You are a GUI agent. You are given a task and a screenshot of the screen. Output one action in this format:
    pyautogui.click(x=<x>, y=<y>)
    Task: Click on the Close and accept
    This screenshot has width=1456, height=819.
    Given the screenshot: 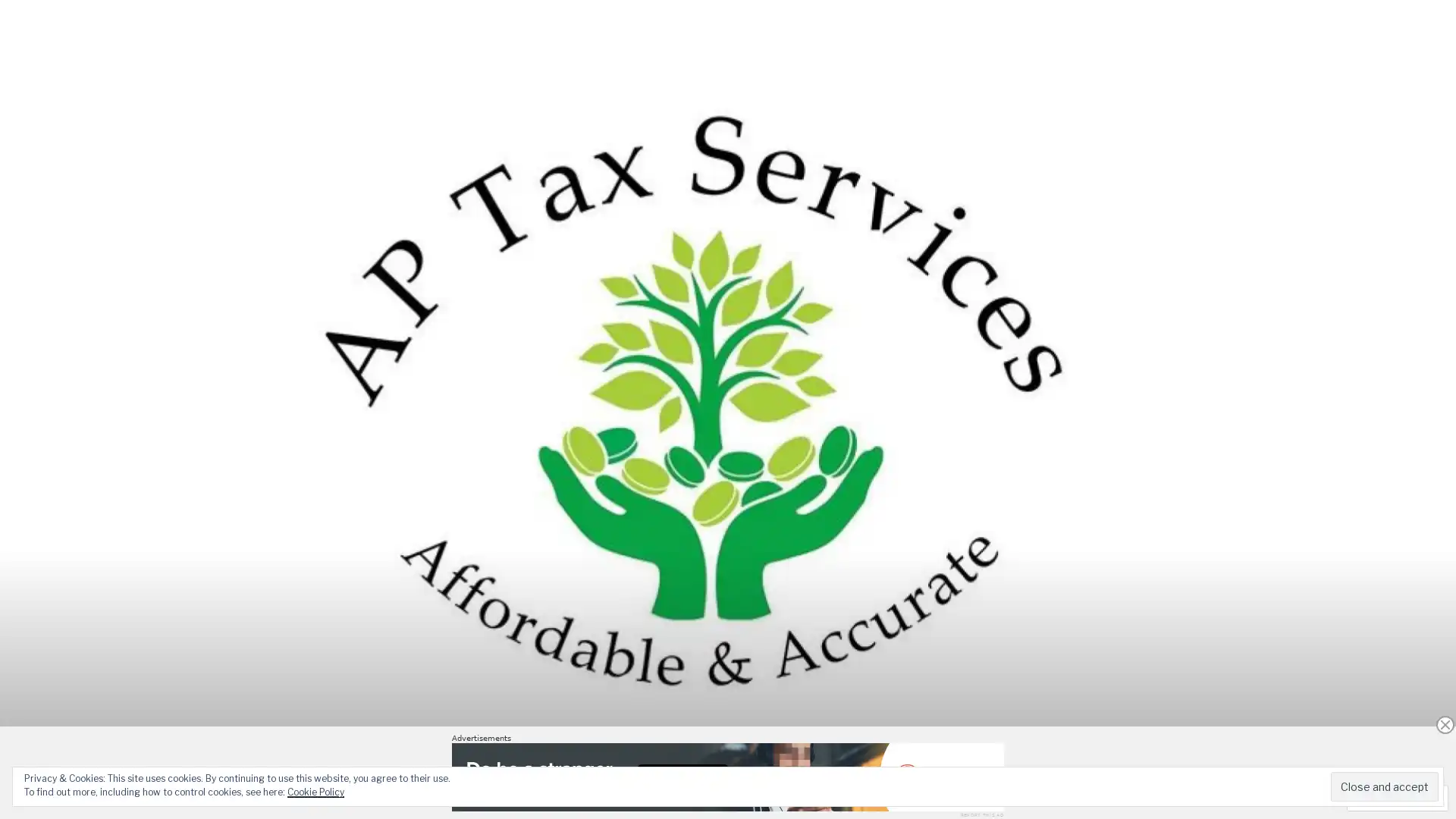 What is the action you would take?
    pyautogui.click(x=1384, y=786)
    